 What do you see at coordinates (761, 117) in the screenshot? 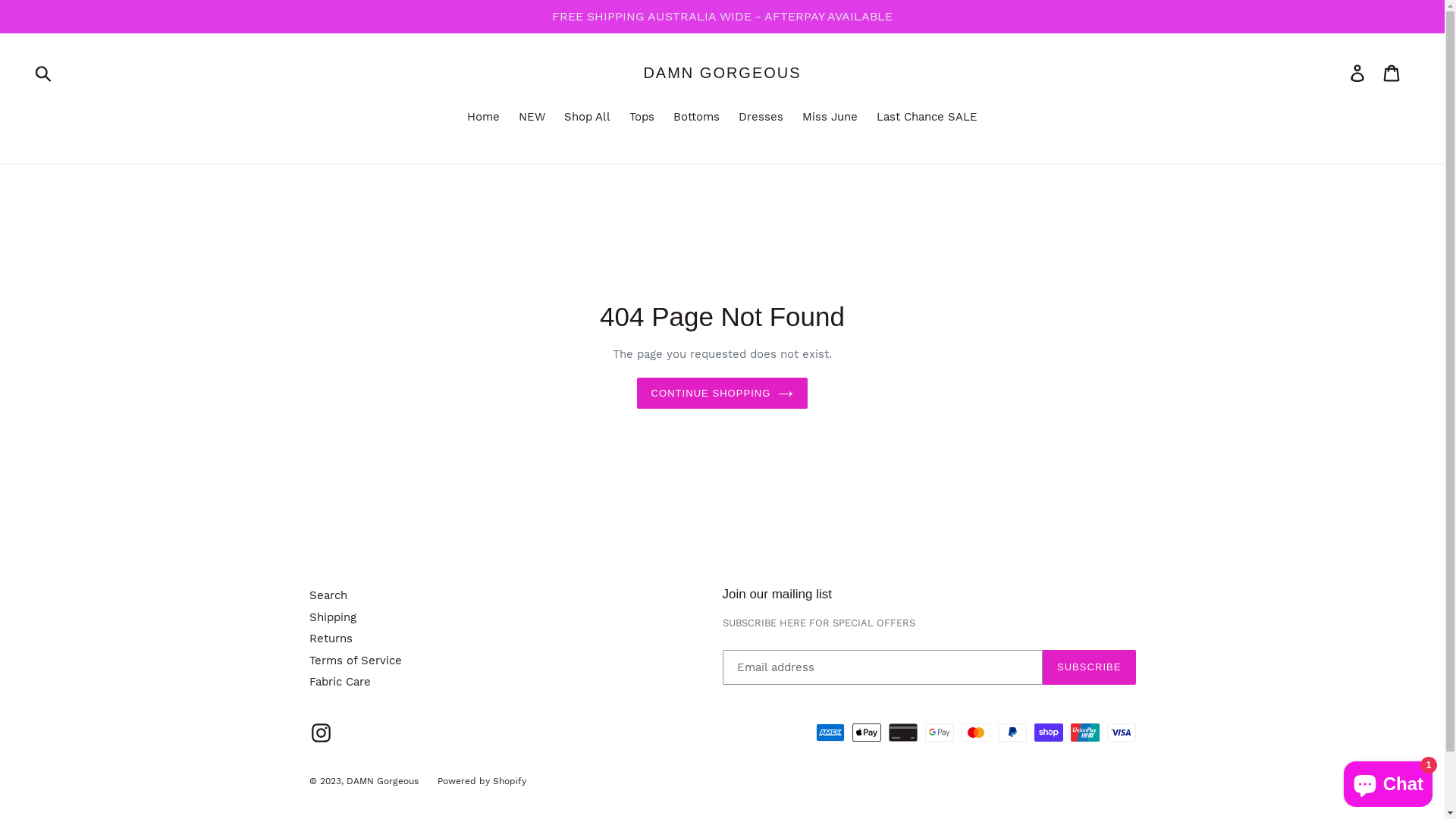
I see `'Dresses'` at bounding box center [761, 117].